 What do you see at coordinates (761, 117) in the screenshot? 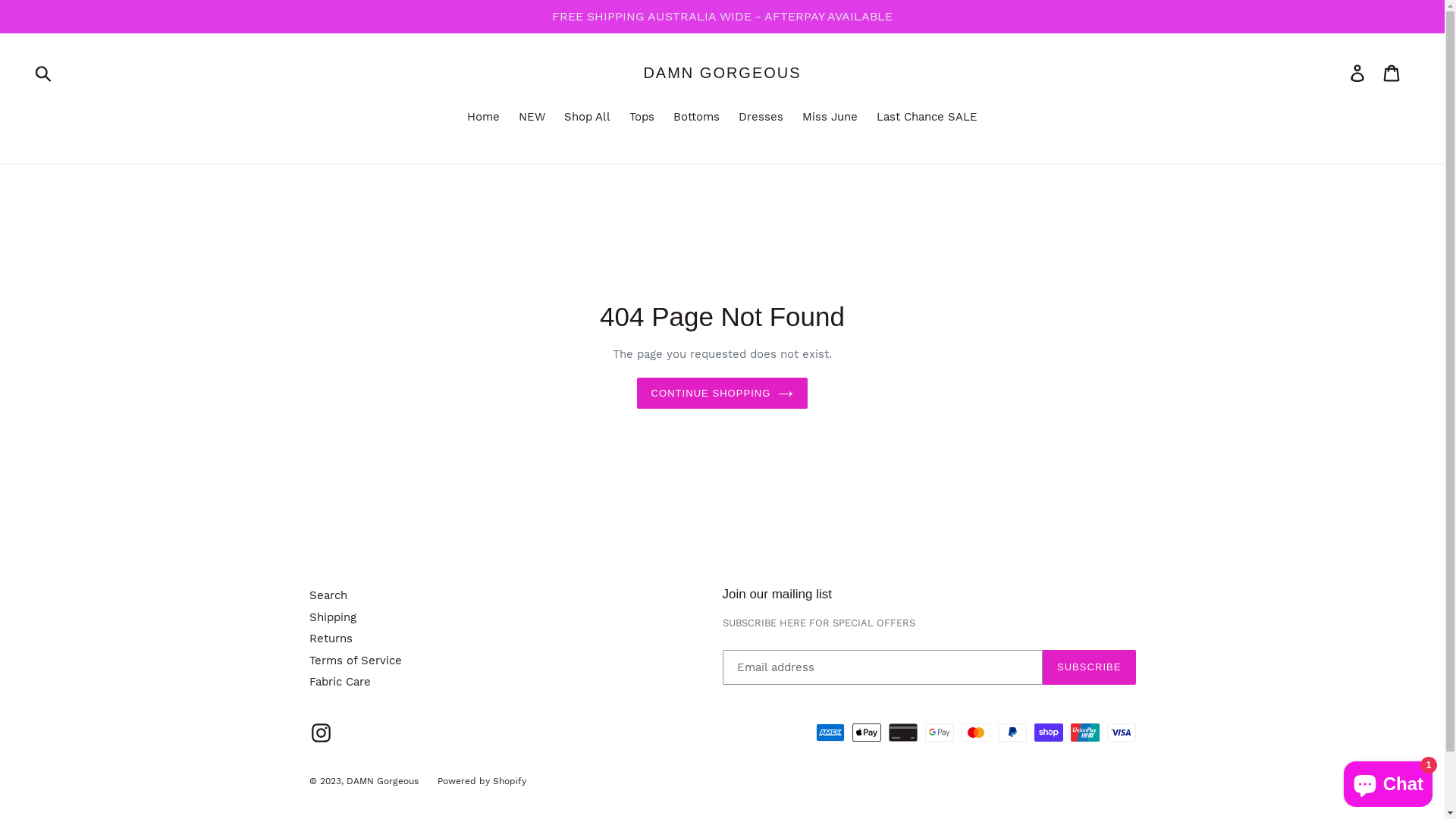
I see `'Dresses'` at bounding box center [761, 117].